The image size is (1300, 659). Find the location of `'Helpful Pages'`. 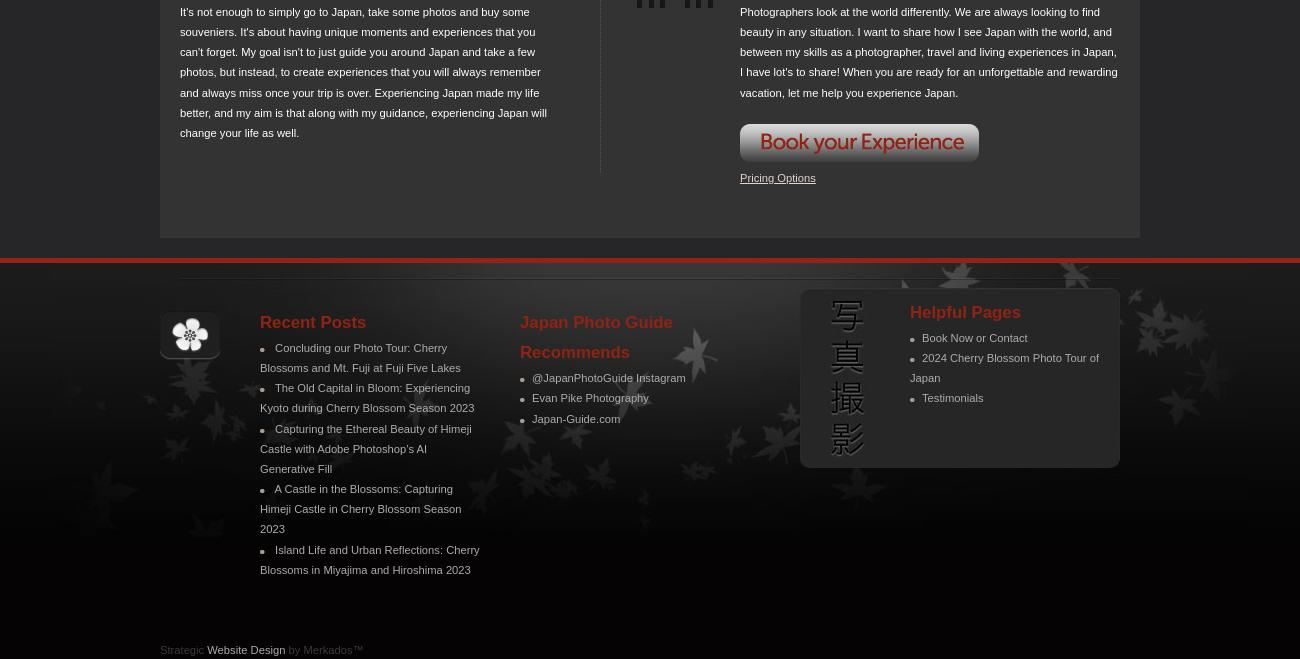

'Helpful Pages' is located at coordinates (964, 311).